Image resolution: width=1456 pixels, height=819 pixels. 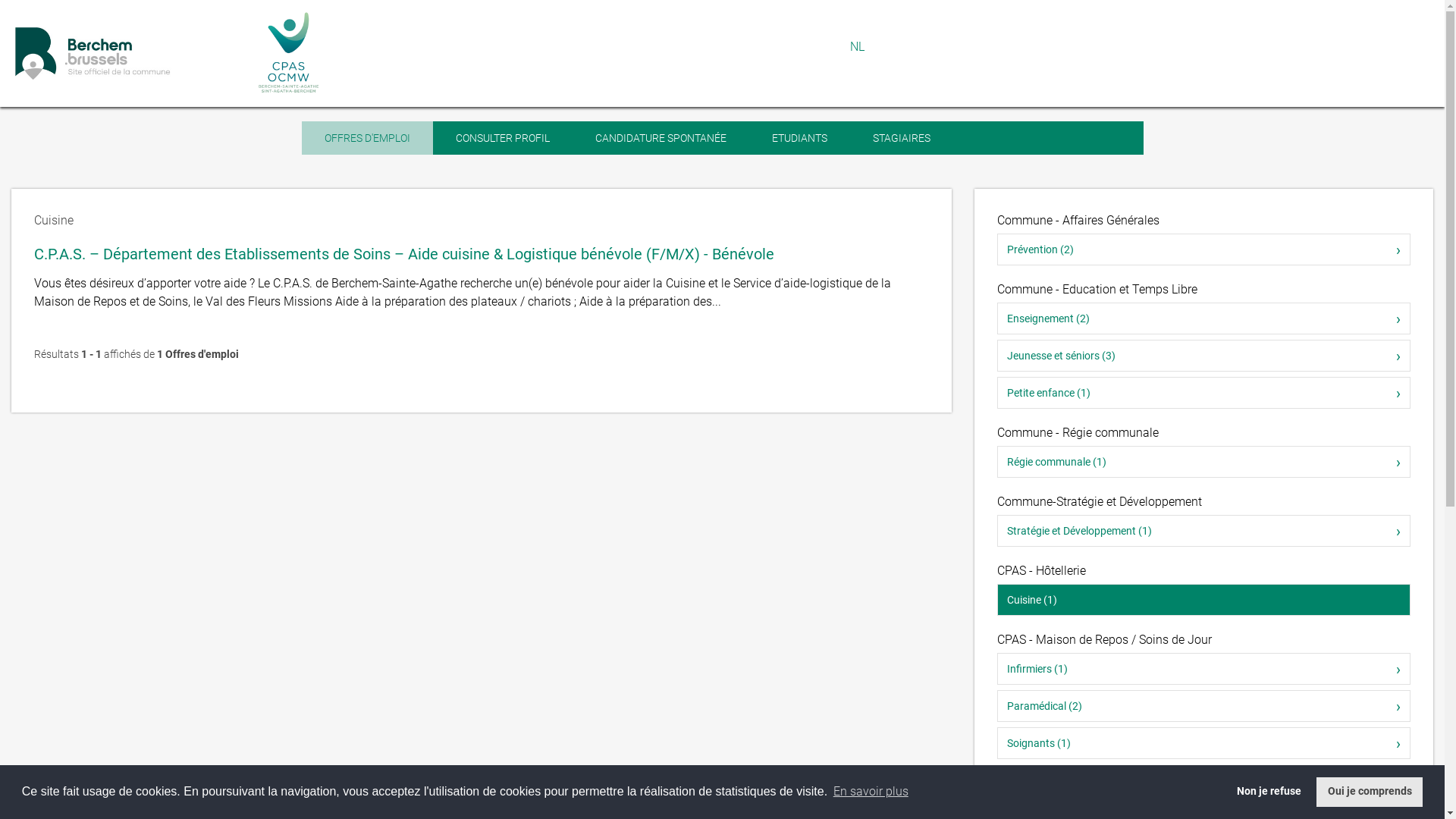 I want to click on 'CONSULTER PROFIL', so click(x=502, y=137).